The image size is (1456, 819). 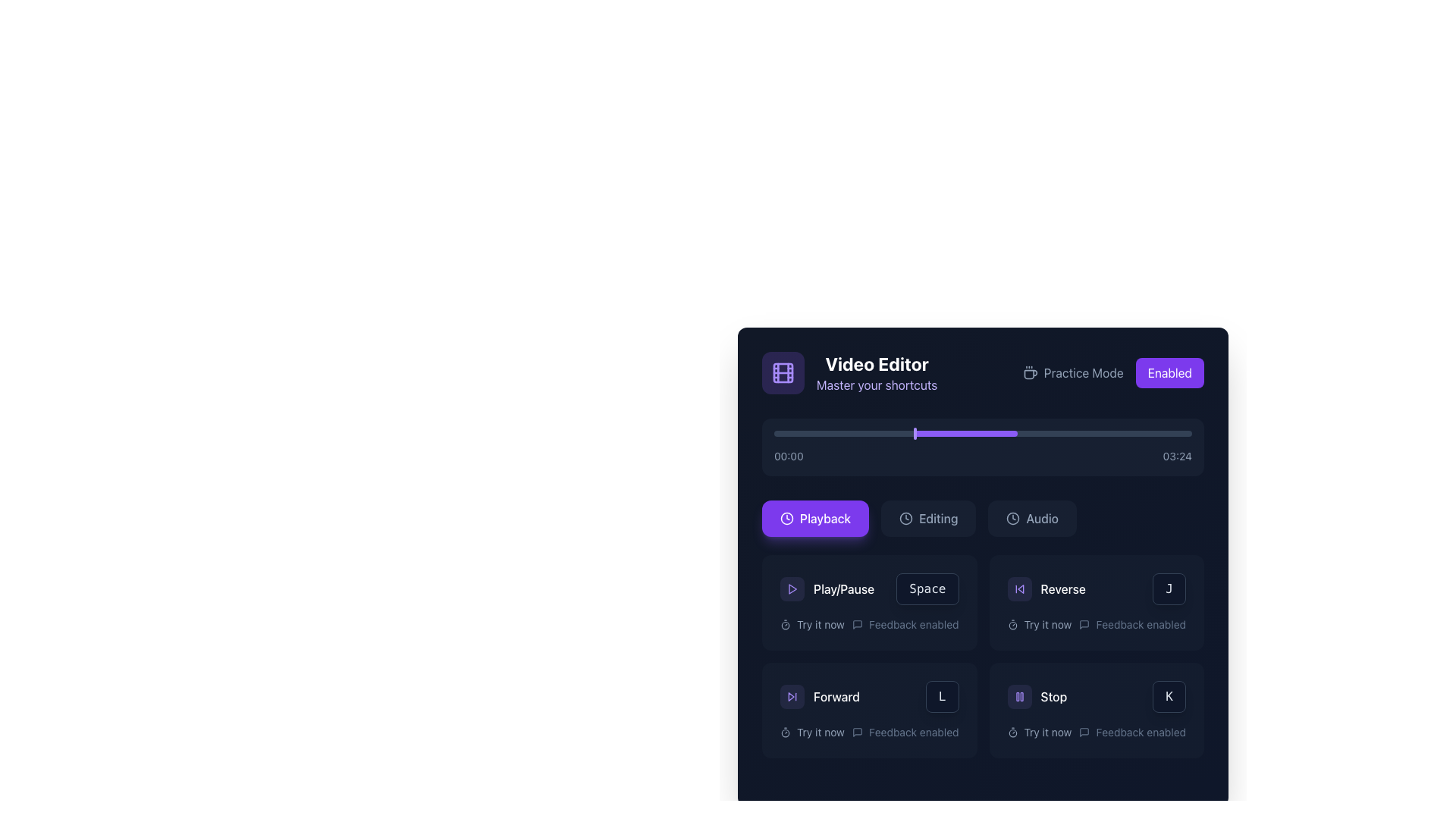 What do you see at coordinates (786, 517) in the screenshot?
I see `the decorative SVG circle representing time or a clock, located in the right-hand section of the interface next to the 'Enabled' switch in the top bar` at bounding box center [786, 517].